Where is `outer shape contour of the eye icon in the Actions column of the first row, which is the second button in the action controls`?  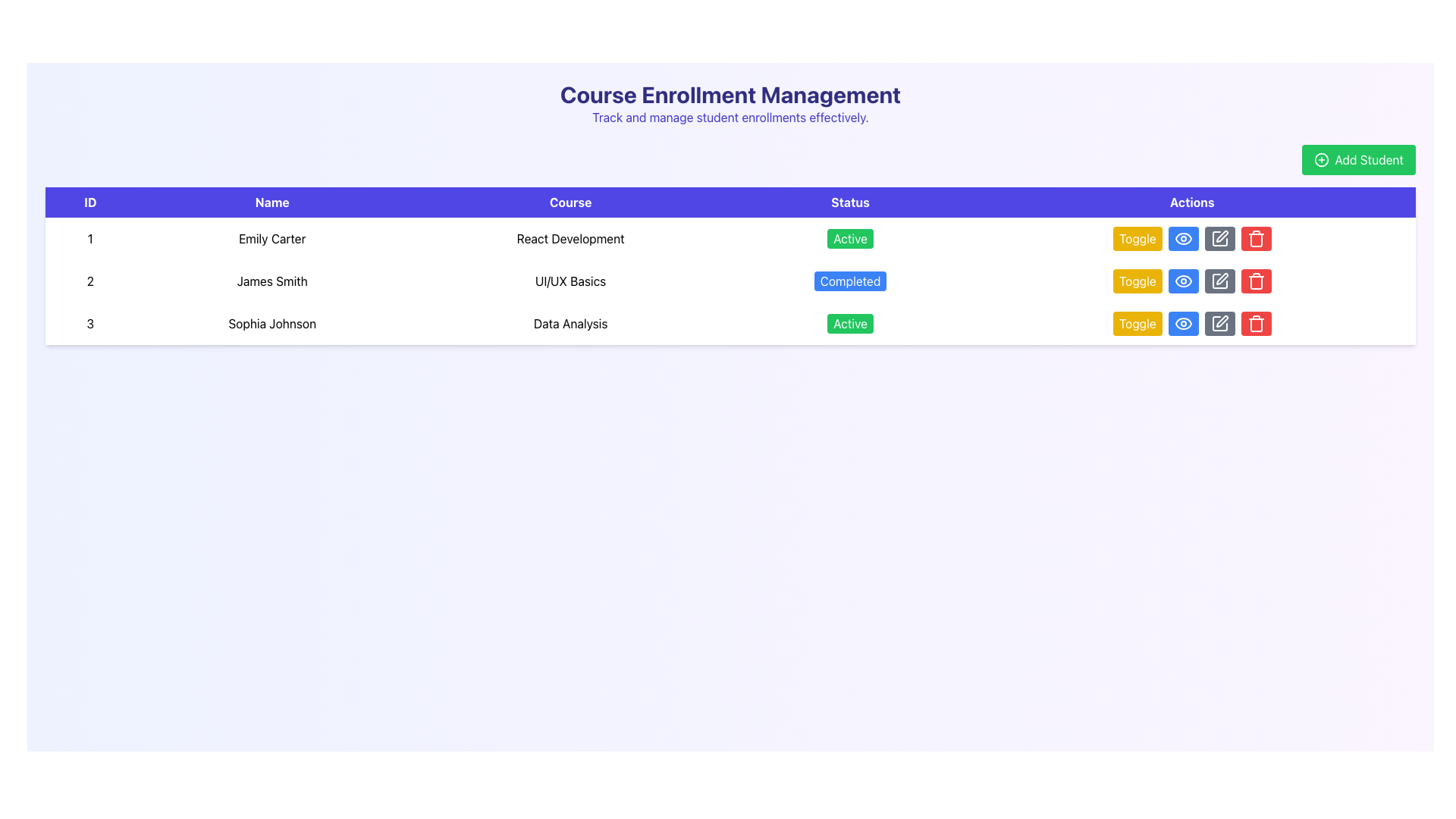 outer shape contour of the eye icon in the Actions column of the first row, which is the second button in the action controls is located at coordinates (1182, 239).